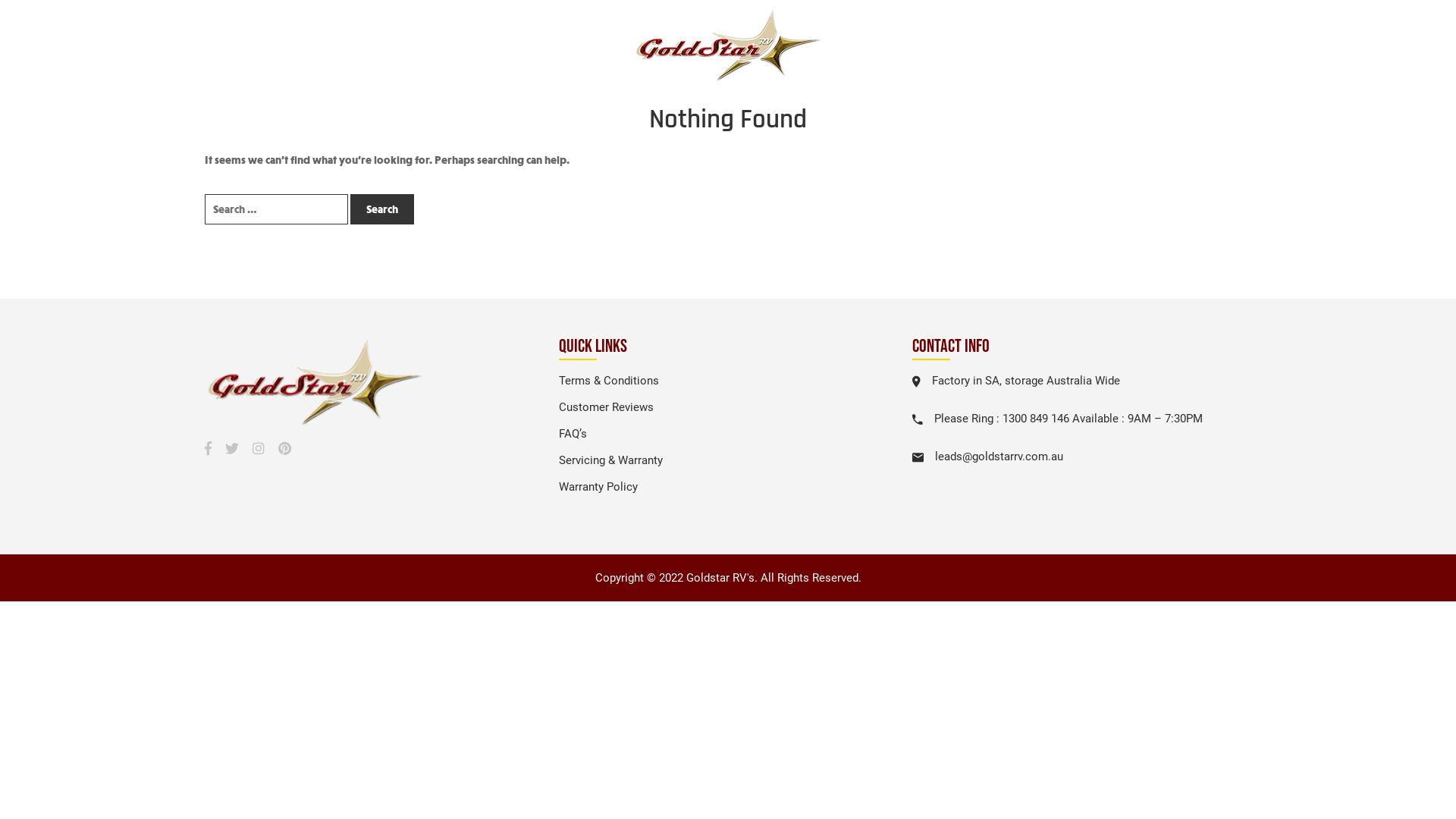 Image resolution: width=1456 pixels, height=819 pixels. What do you see at coordinates (558, 459) in the screenshot?
I see `'Servicing & Warranty'` at bounding box center [558, 459].